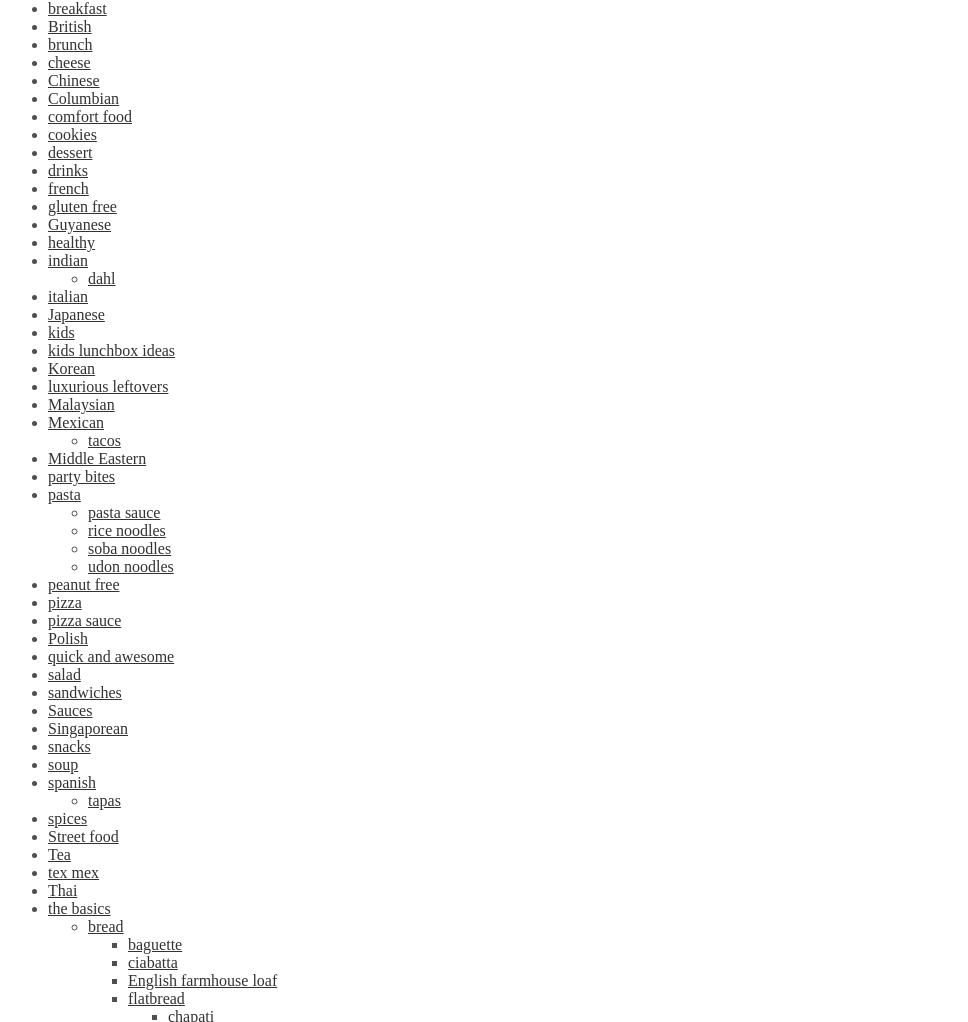  What do you see at coordinates (72, 872) in the screenshot?
I see `'tex mex'` at bounding box center [72, 872].